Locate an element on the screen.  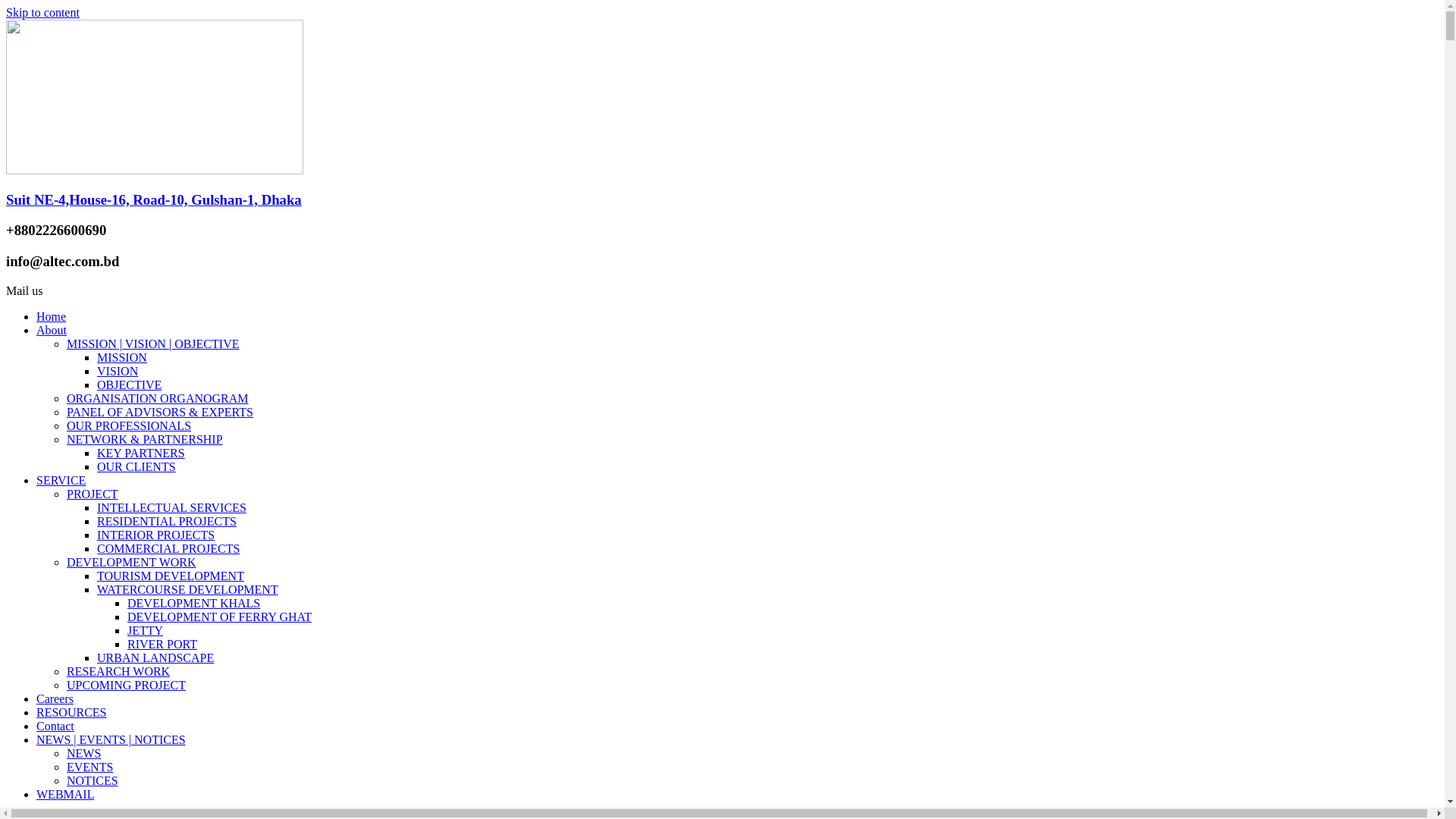
'NETWORK & PARTNERSHIP' is located at coordinates (65, 439).